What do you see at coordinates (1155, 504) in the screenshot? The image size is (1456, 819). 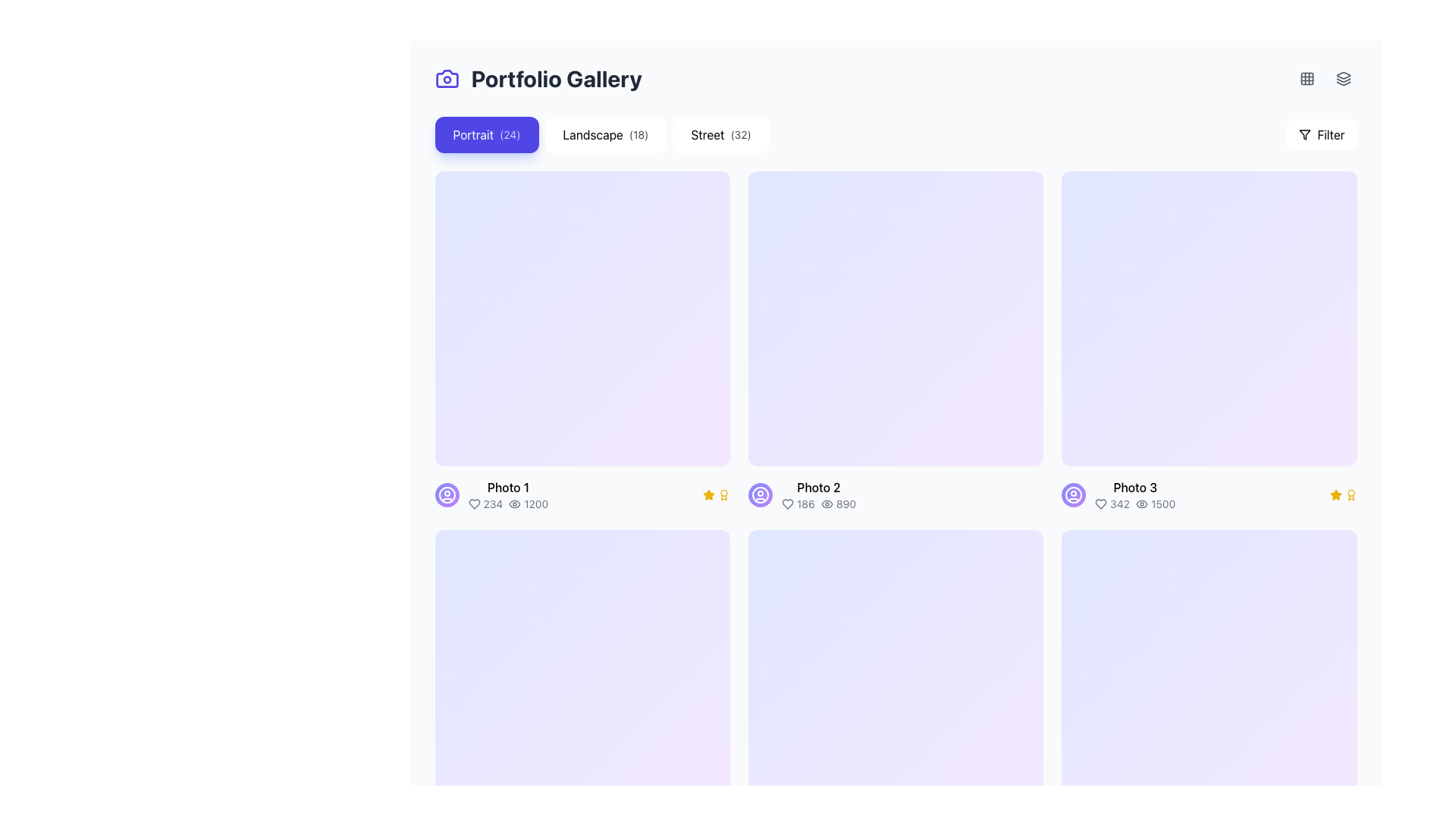 I see `the view count indicator element located beneath the image in the third picture panel of the last row in the grid layout` at bounding box center [1155, 504].